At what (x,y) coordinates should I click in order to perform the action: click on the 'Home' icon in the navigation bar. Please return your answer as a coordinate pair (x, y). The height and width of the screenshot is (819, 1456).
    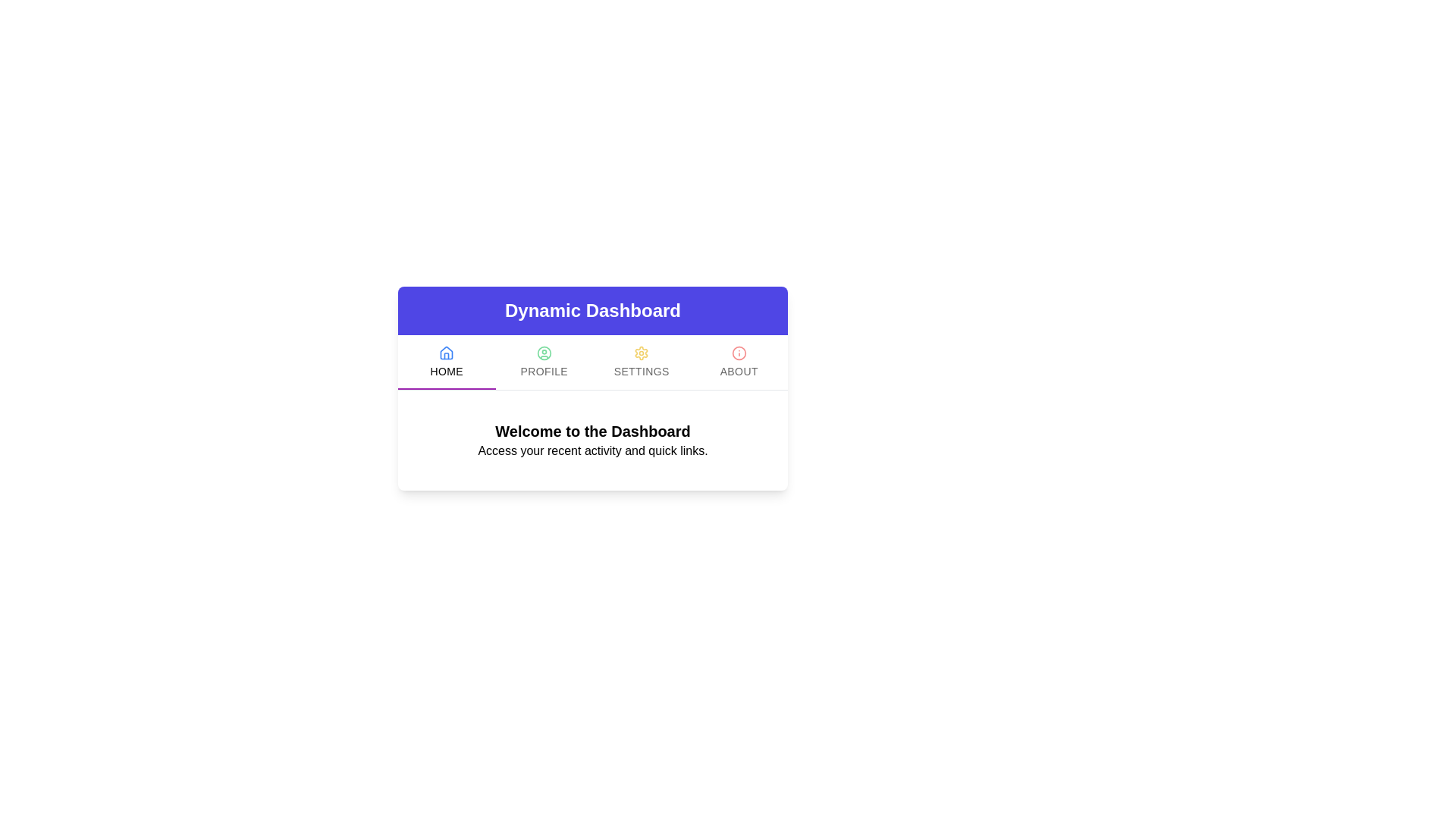
    Looking at the image, I should click on (446, 353).